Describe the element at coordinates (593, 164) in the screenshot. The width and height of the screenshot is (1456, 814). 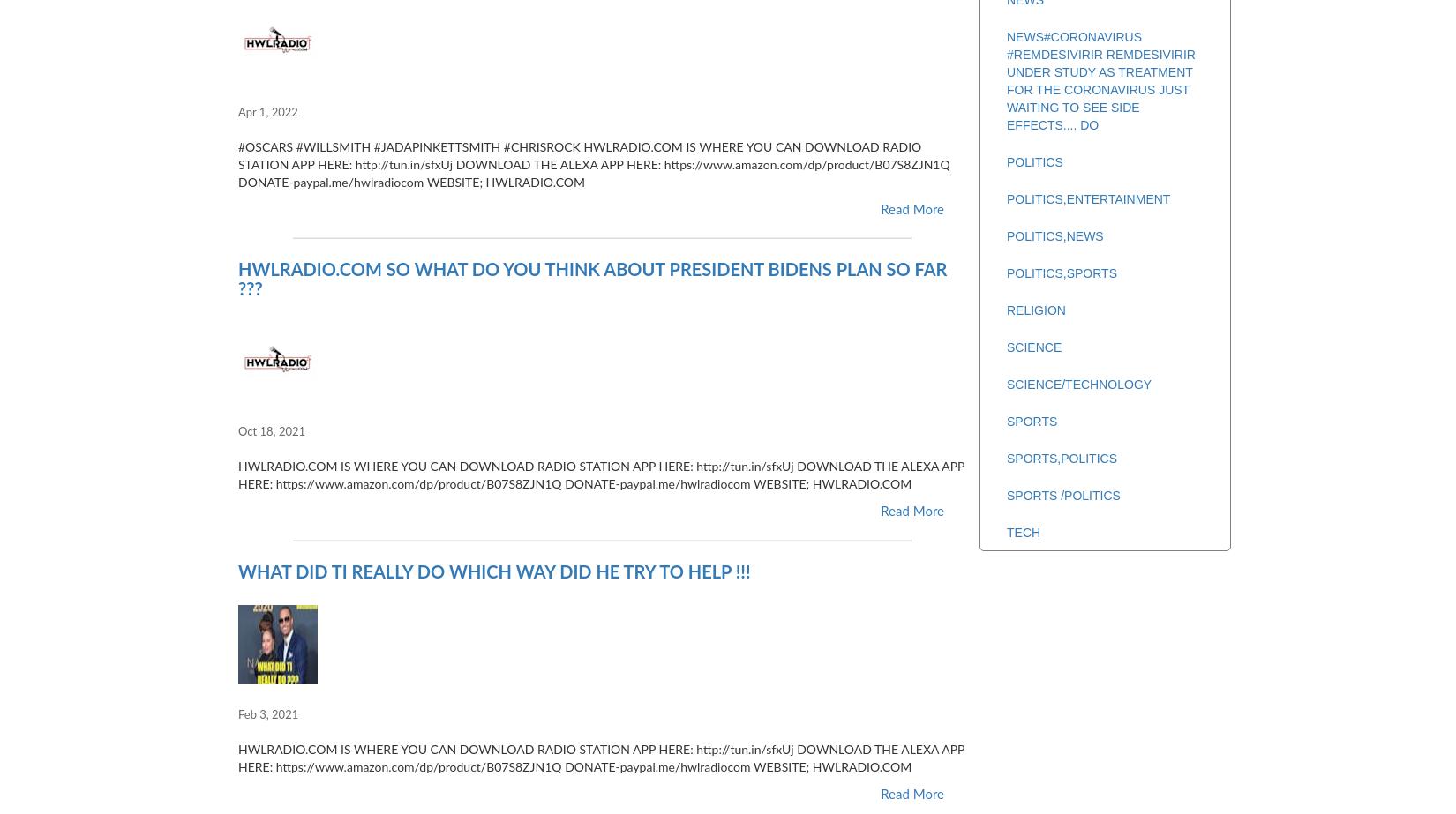
I see `'#OSCARS #WILLSMITH #JADAPINKETTSMITH #CHRISROCK HWLRADIO.COM IS
WHERE YOU CAN DOWNLOAD RADIO STATION APP HERE: http://tun.in/sfxUj
DOWNLOAD THE ALEXA APP HERE:
https://www.amazon.com/dp/product/B07S8ZJN1Q
DONATE-paypal.me/hwlradiocom WEBSITE; HWLRADIO.COM'` at that location.